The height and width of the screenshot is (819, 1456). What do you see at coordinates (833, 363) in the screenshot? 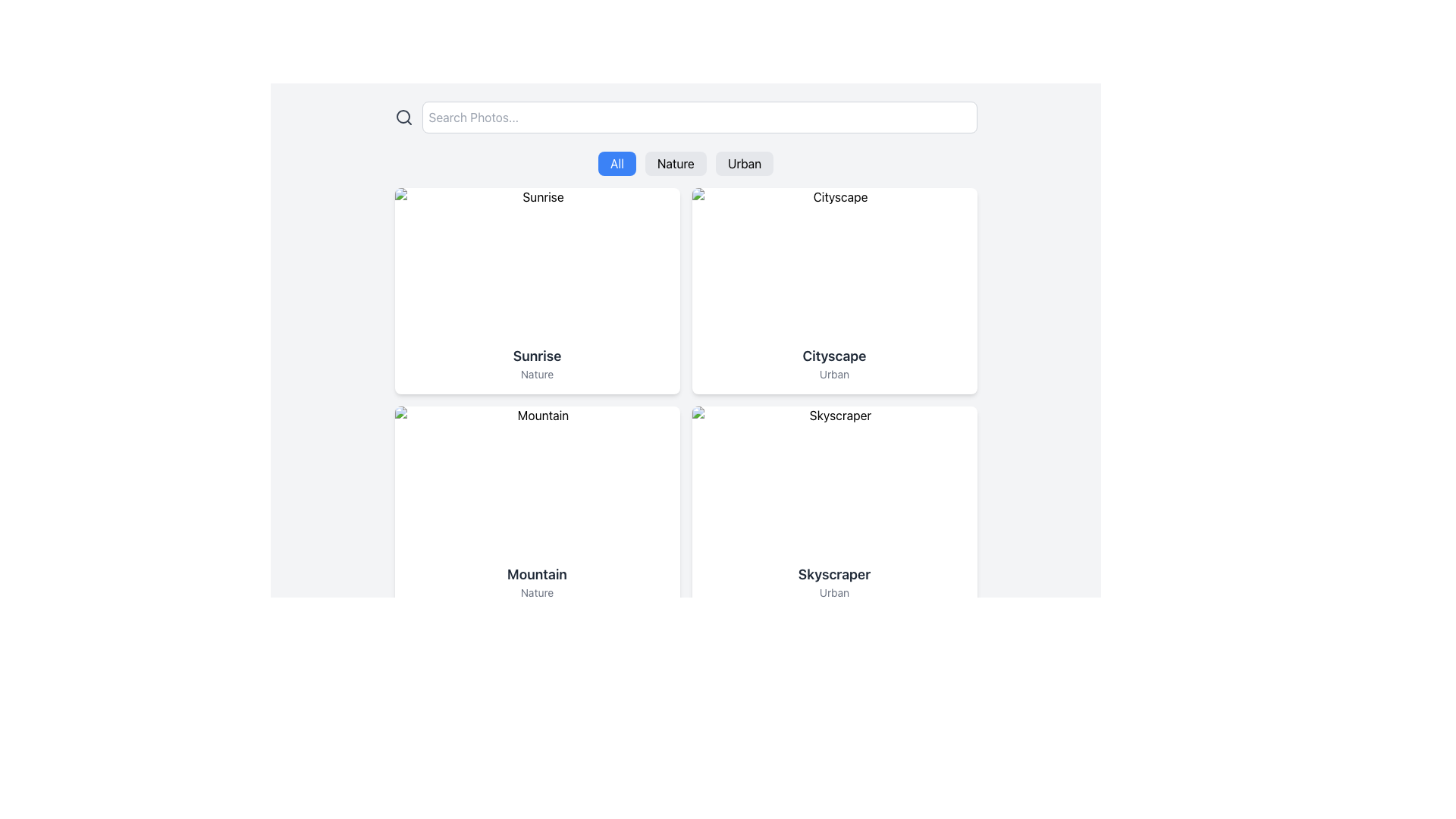
I see `the text label containing 'Cityscape' and 'Urban'` at bounding box center [833, 363].